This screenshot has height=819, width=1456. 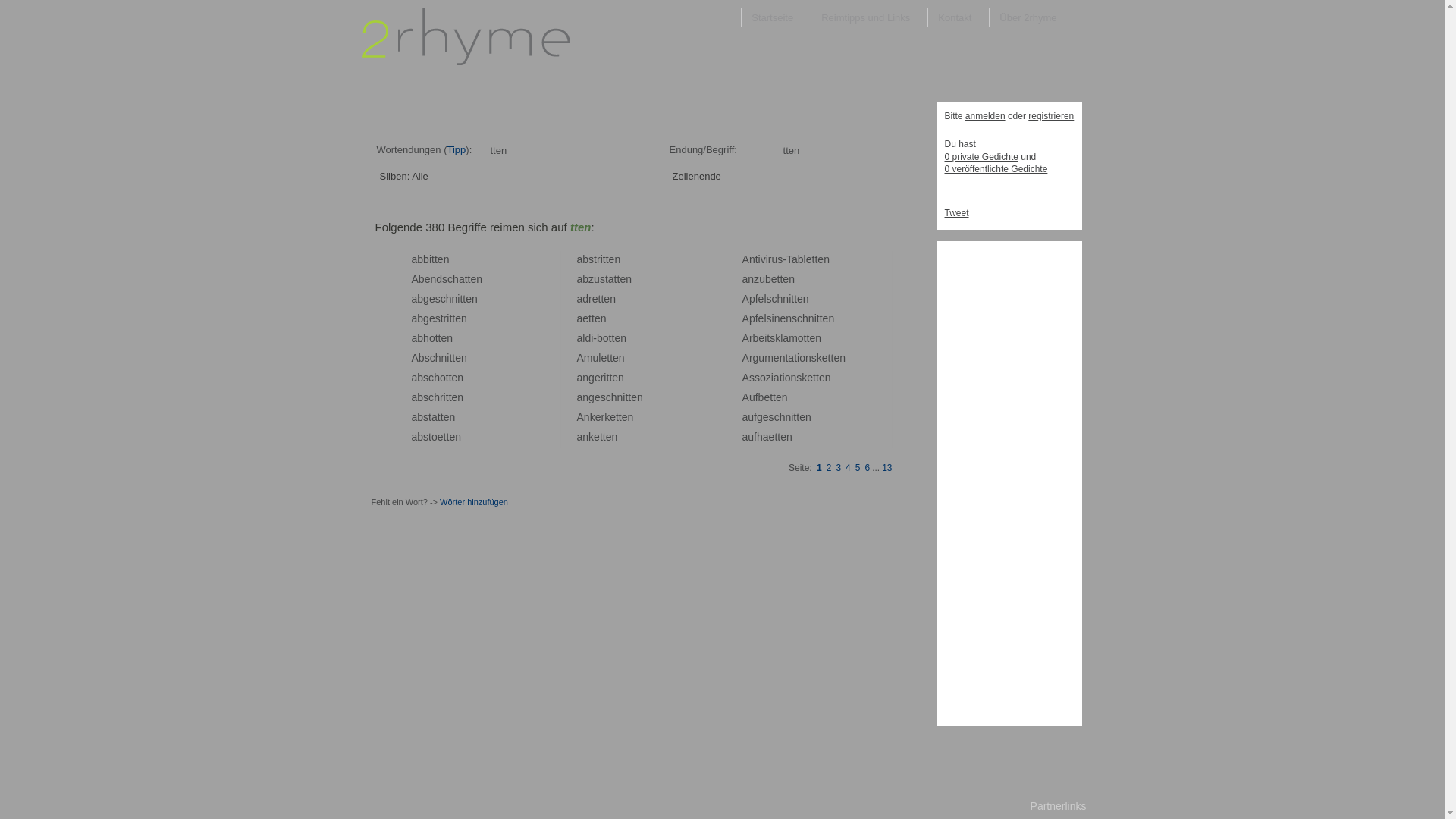 I want to click on 'Partnerlinks', so click(x=1030, y=798).